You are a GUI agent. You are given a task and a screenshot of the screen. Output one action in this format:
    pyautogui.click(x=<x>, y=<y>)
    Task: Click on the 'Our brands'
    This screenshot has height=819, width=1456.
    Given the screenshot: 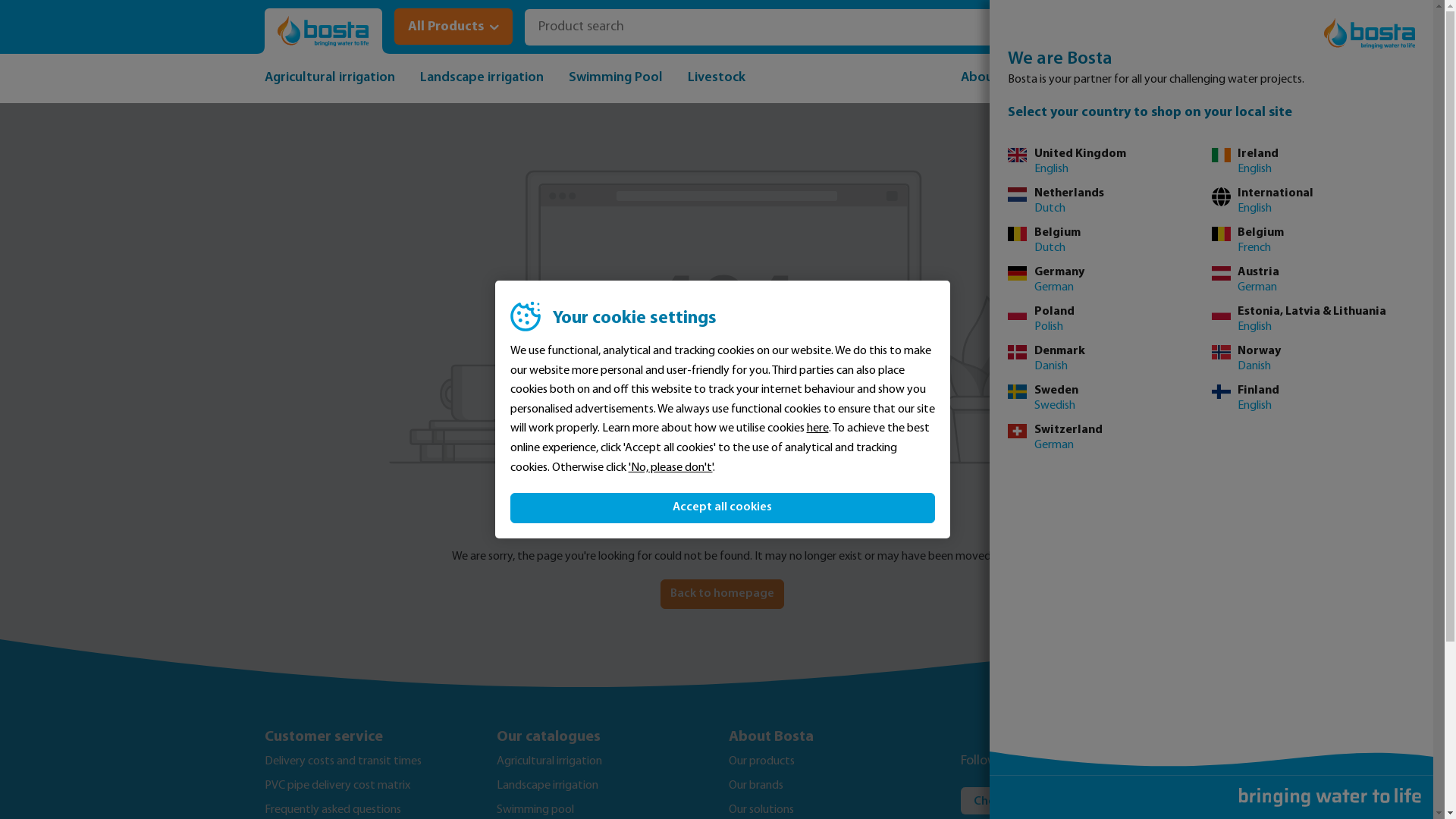 What is the action you would take?
    pyautogui.click(x=728, y=785)
    